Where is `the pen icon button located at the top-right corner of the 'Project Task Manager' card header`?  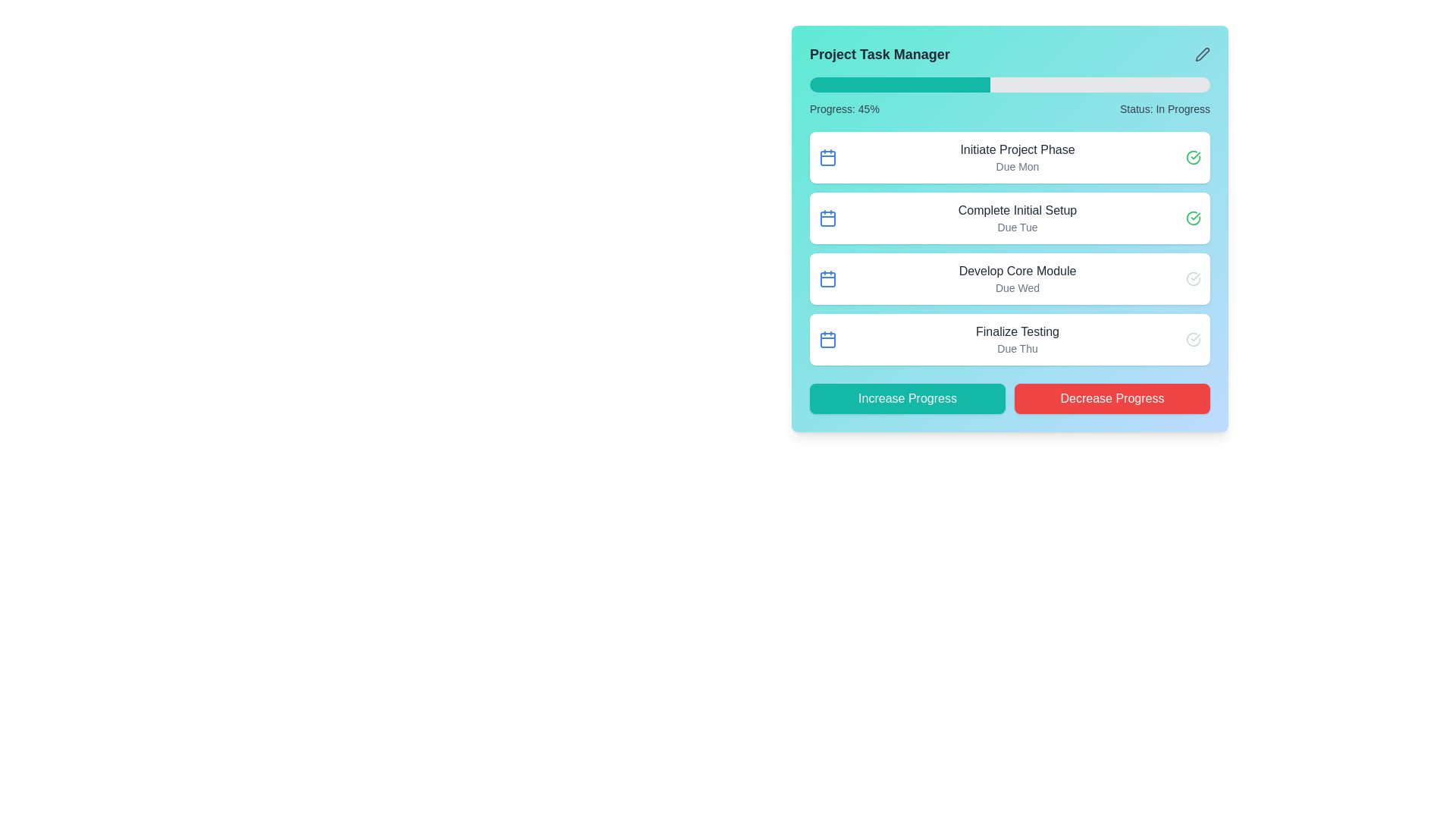
the pen icon button located at the top-right corner of the 'Project Task Manager' card header is located at coordinates (1201, 54).